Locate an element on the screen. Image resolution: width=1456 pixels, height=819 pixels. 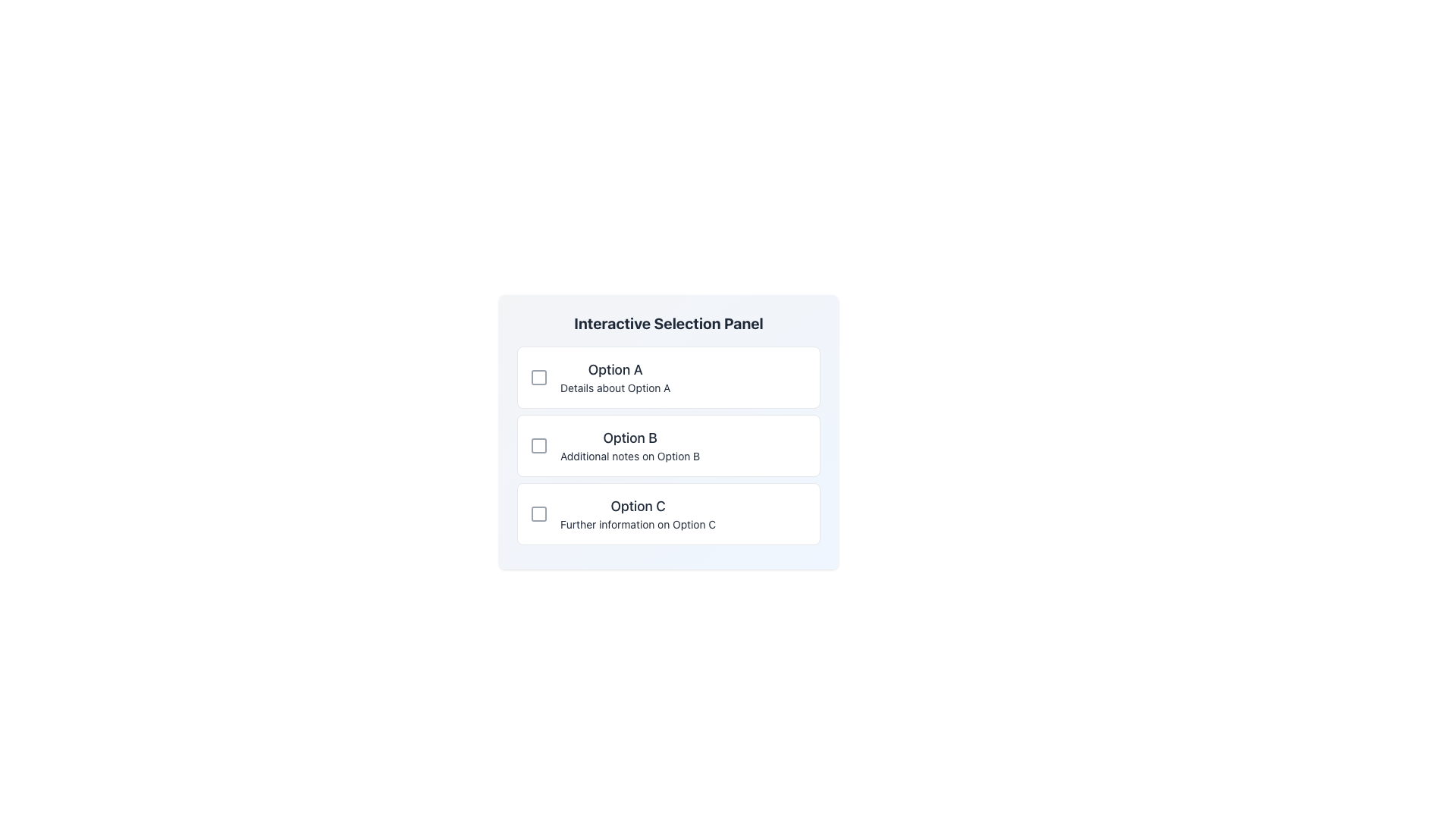
the text group containing the title 'Option C' and the description 'Further information on Option C', which is located in the last row of the list of options is located at coordinates (638, 513).